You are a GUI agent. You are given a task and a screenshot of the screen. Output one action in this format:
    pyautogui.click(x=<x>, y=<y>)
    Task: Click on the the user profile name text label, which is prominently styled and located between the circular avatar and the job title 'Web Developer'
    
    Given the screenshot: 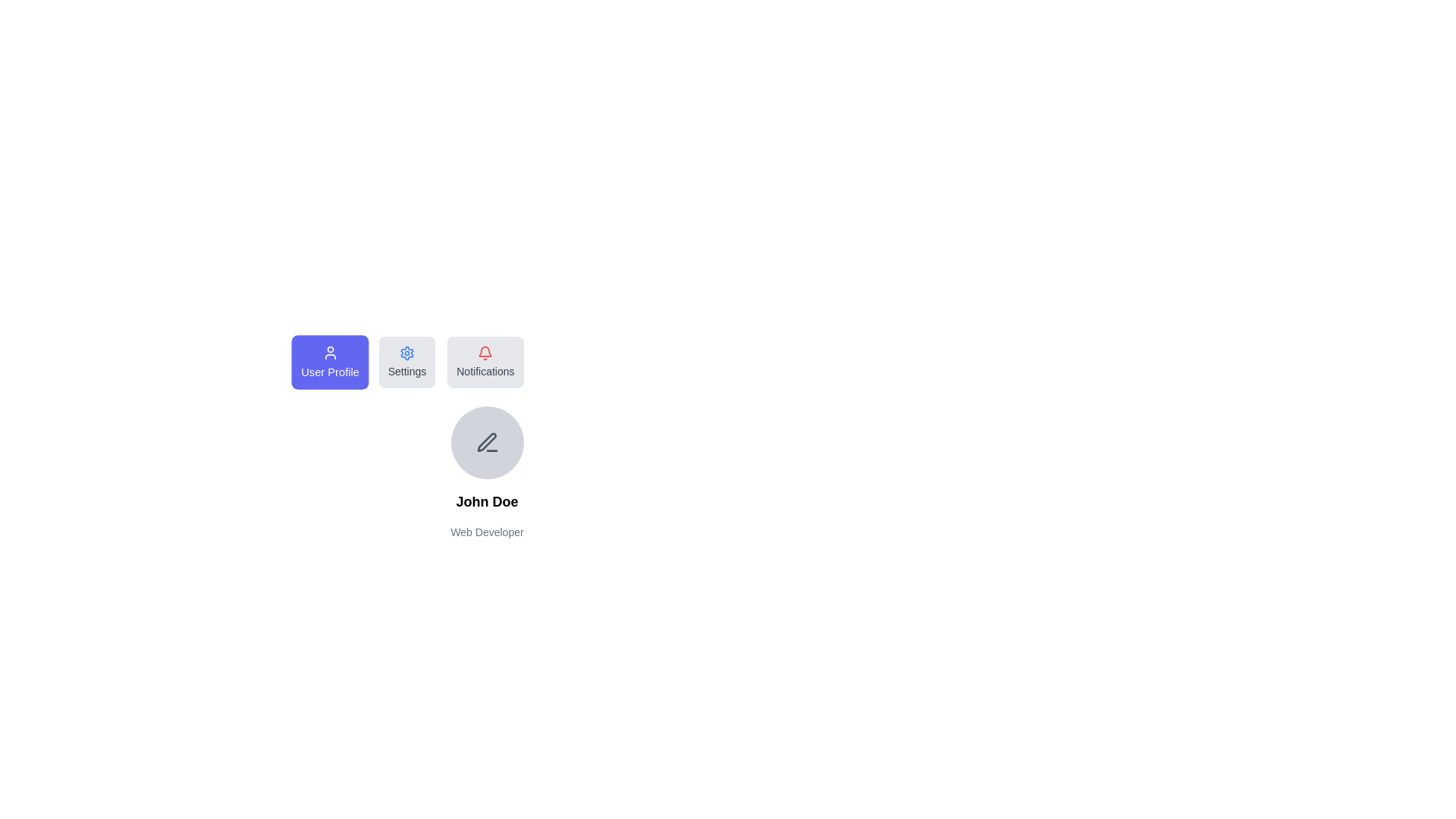 What is the action you would take?
    pyautogui.click(x=487, y=502)
    